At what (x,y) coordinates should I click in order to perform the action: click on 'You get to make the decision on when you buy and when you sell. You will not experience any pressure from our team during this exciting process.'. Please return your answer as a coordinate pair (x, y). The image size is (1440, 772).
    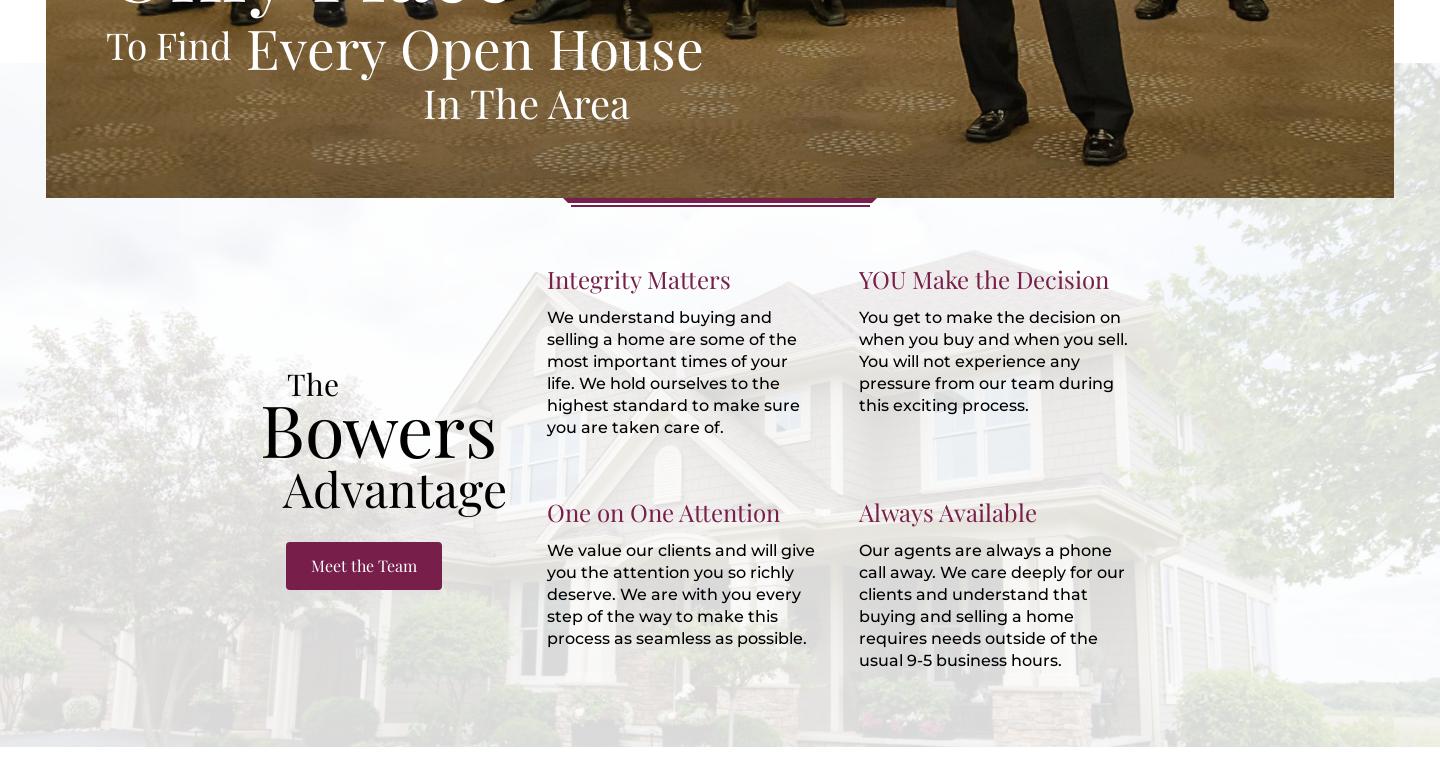
    Looking at the image, I should click on (991, 360).